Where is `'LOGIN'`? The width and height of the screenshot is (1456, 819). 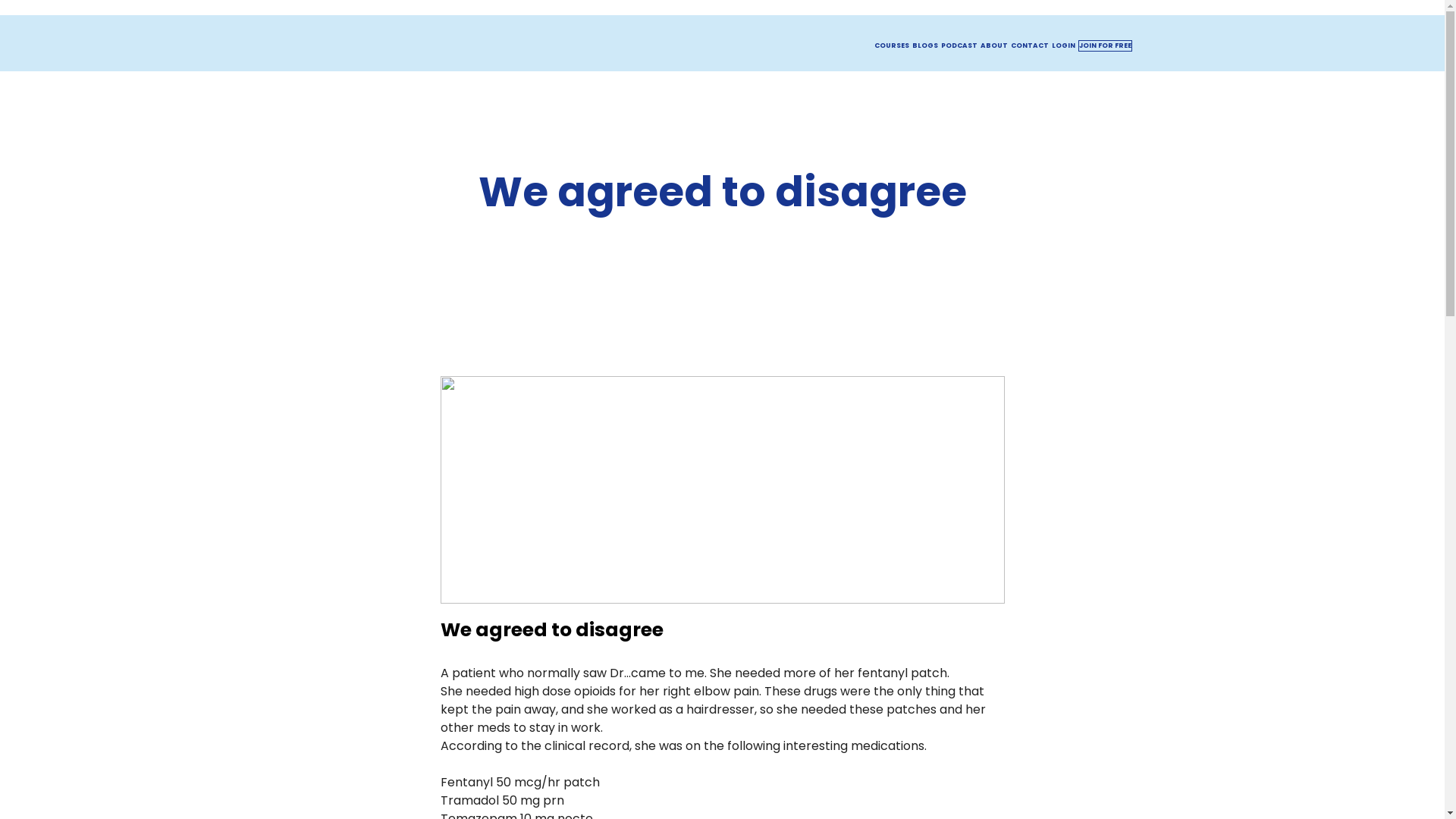 'LOGIN' is located at coordinates (1062, 45).